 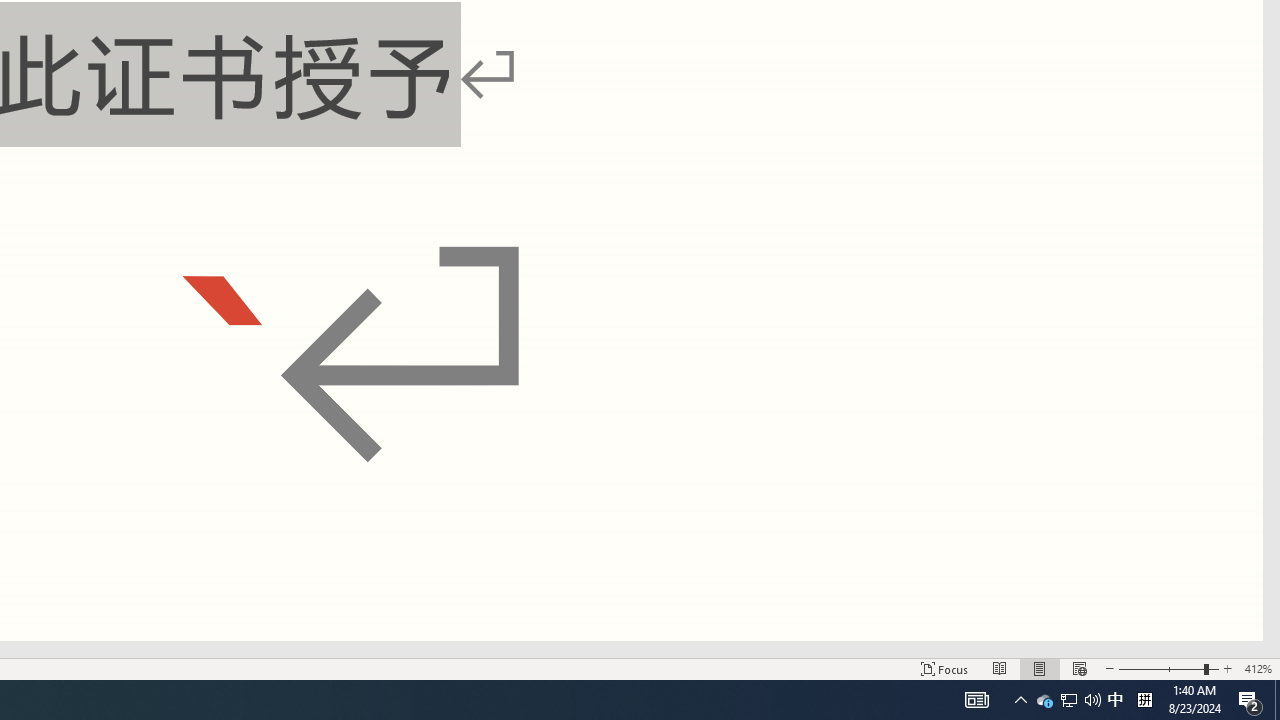 I want to click on 'Focus ', so click(x=943, y=669).